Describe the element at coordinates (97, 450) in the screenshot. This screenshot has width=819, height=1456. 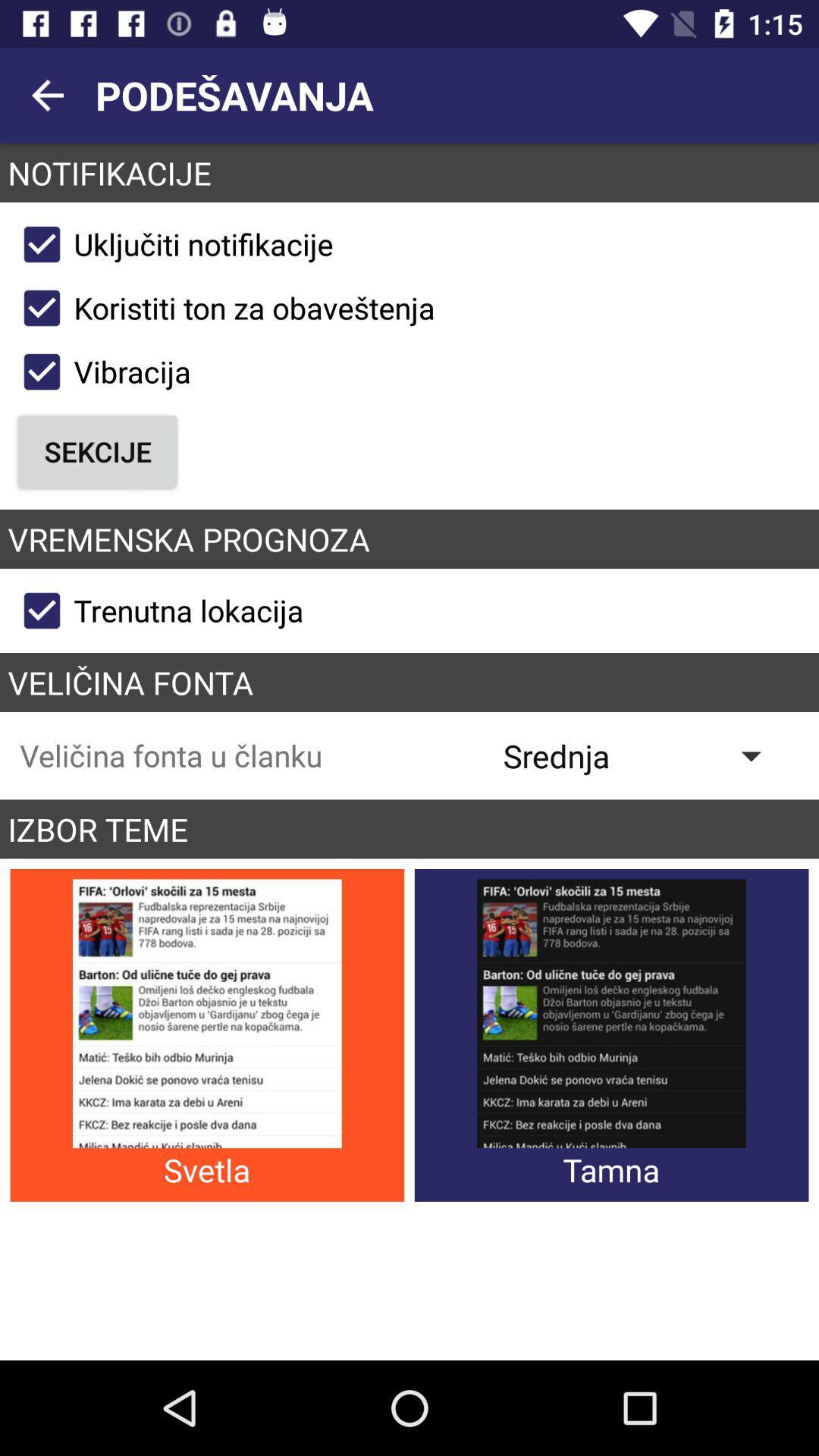
I see `item above the vremenska prognoza` at that location.